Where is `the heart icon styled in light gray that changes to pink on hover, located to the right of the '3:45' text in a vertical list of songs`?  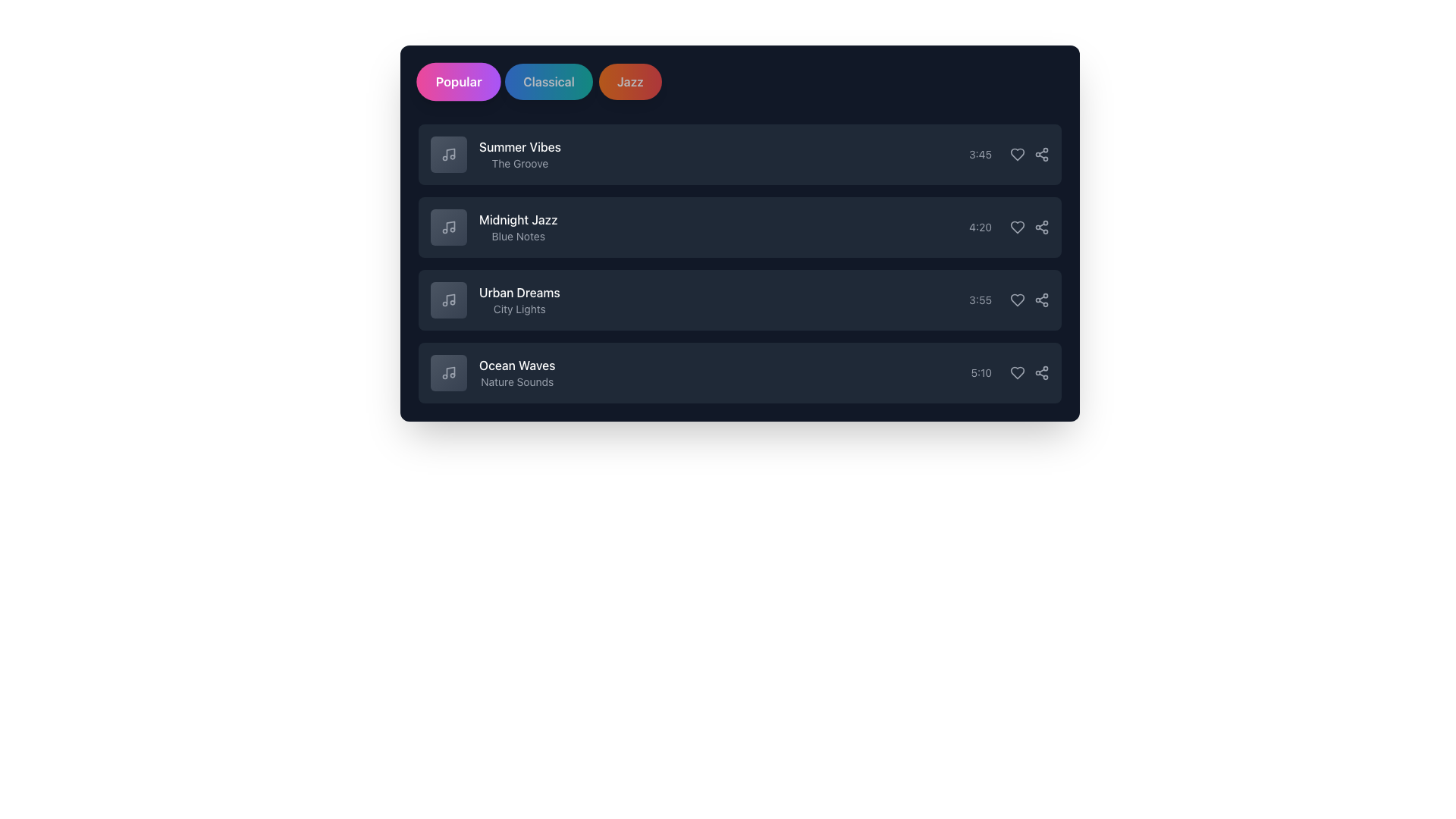
the heart icon styled in light gray that changes to pink on hover, located to the right of the '3:45' text in a vertical list of songs is located at coordinates (1018, 155).